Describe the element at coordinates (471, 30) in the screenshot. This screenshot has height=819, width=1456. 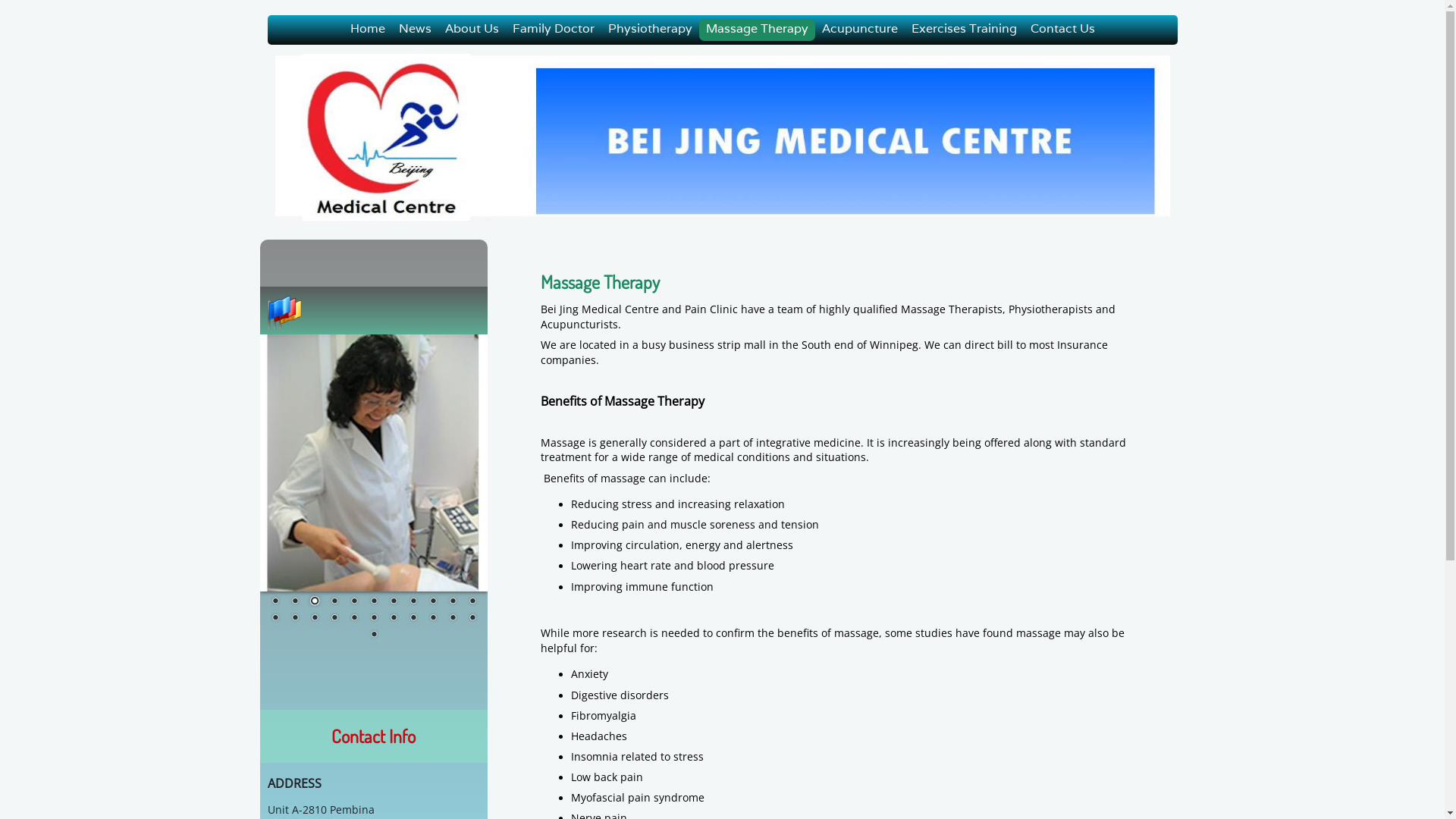
I see `'About Us'` at that location.